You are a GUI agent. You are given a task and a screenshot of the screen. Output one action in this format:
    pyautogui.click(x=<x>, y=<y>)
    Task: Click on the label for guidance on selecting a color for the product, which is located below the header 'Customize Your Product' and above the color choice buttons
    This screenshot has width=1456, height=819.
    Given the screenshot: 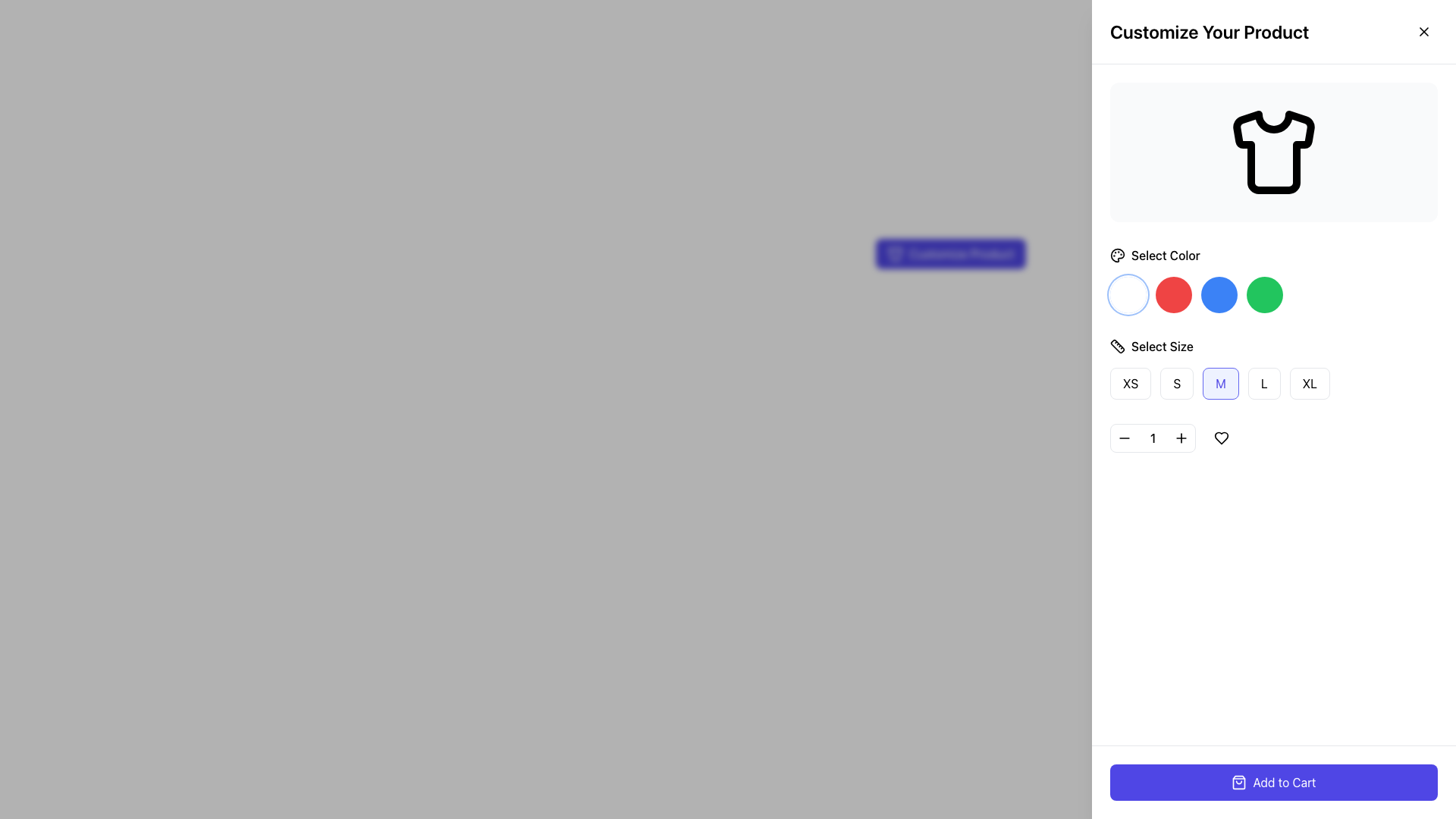 What is the action you would take?
    pyautogui.click(x=1112, y=253)
    